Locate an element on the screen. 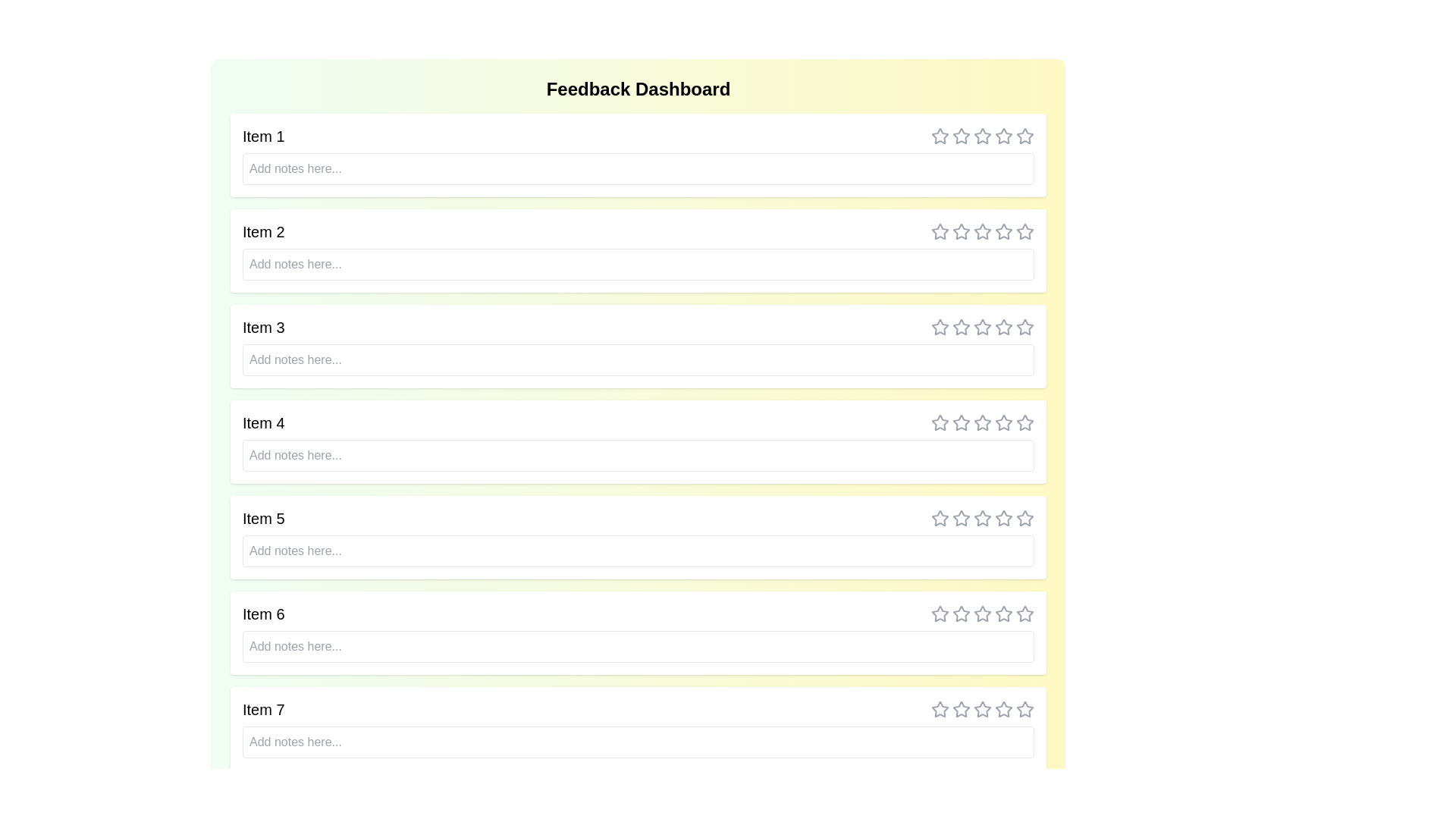 This screenshot has height=819, width=1456. the rating for an item to 2 stars is located at coordinates (960, 136).